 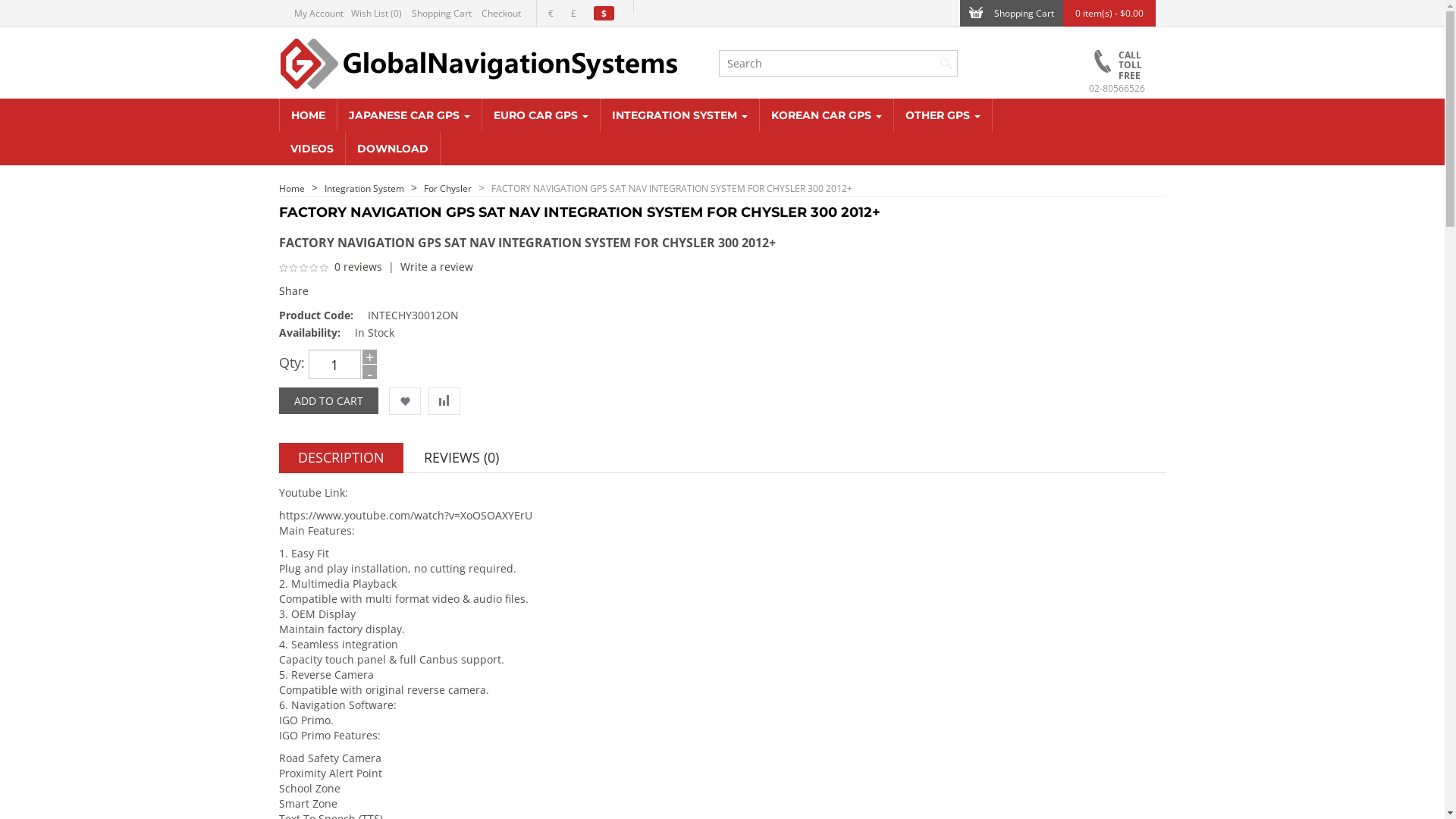 What do you see at coordinates (340, 457) in the screenshot?
I see `'DESCRIPTION'` at bounding box center [340, 457].